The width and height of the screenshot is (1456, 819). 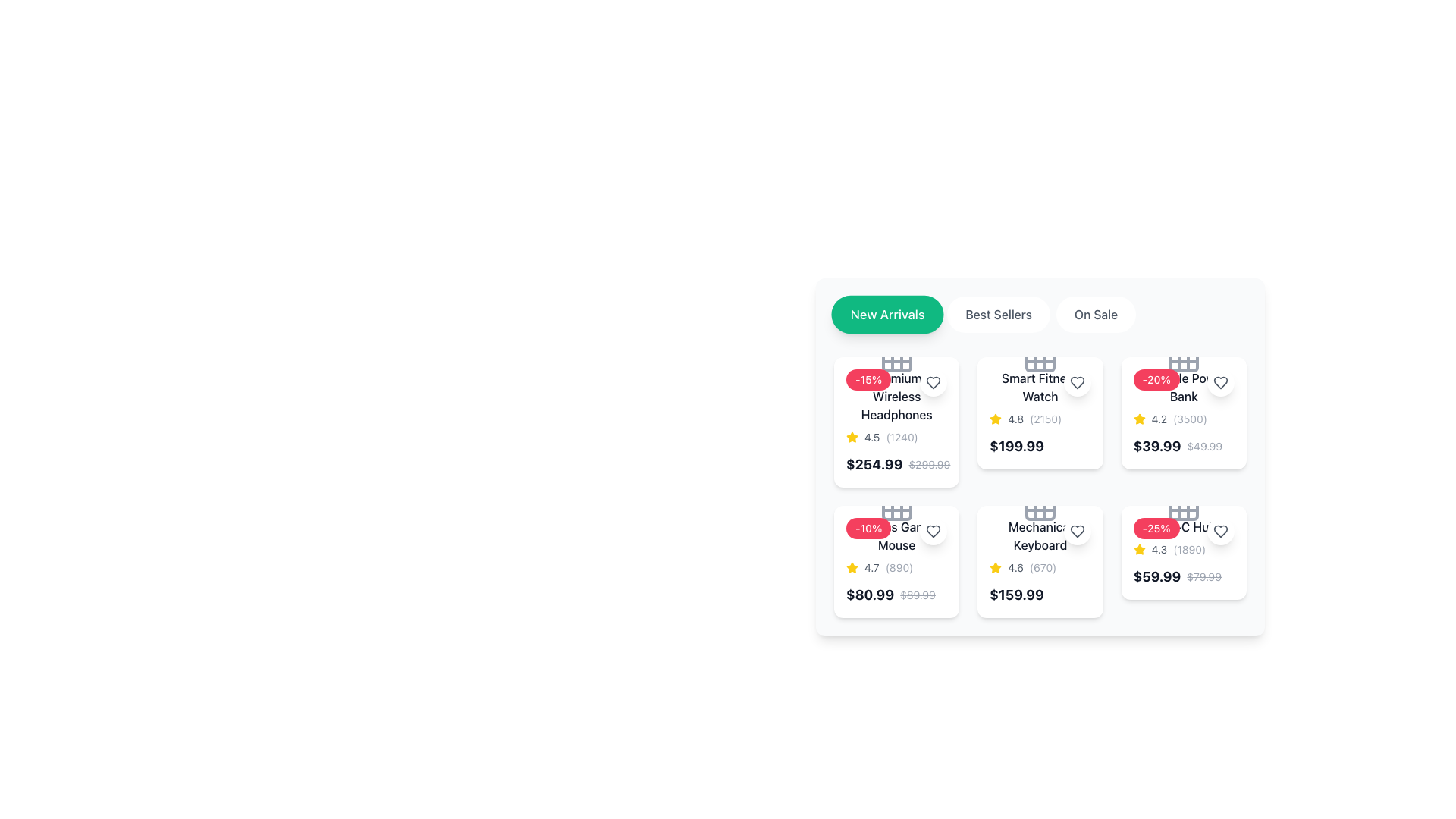 I want to click on the heart icon located, so click(x=1076, y=531).